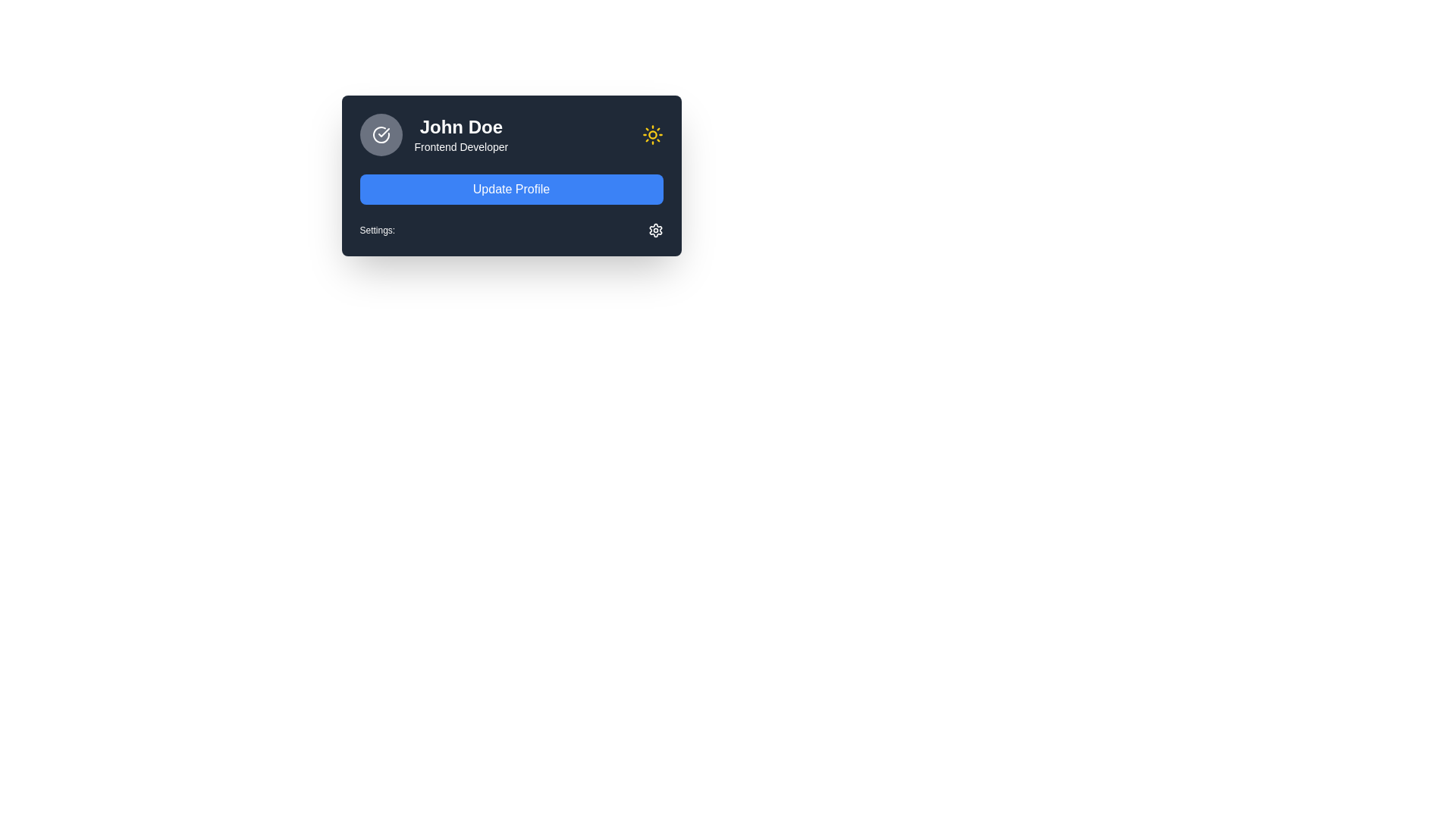 The width and height of the screenshot is (1456, 819). Describe the element at coordinates (652, 133) in the screenshot. I see `the small circular sun icon located in the upper-right corner of the user information card` at that location.